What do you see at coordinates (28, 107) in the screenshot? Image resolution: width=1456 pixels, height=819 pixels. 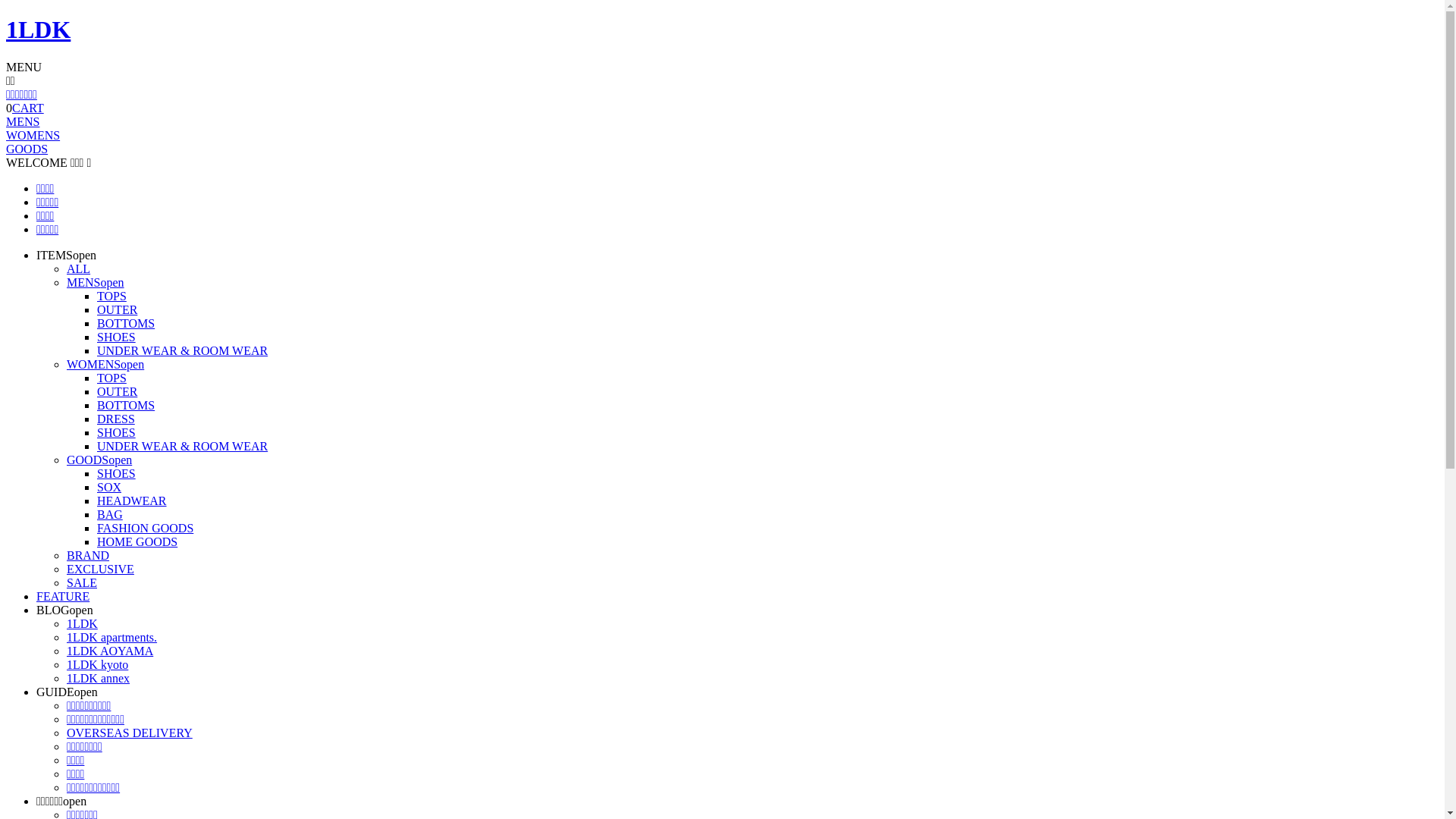 I see `'CART'` at bounding box center [28, 107].